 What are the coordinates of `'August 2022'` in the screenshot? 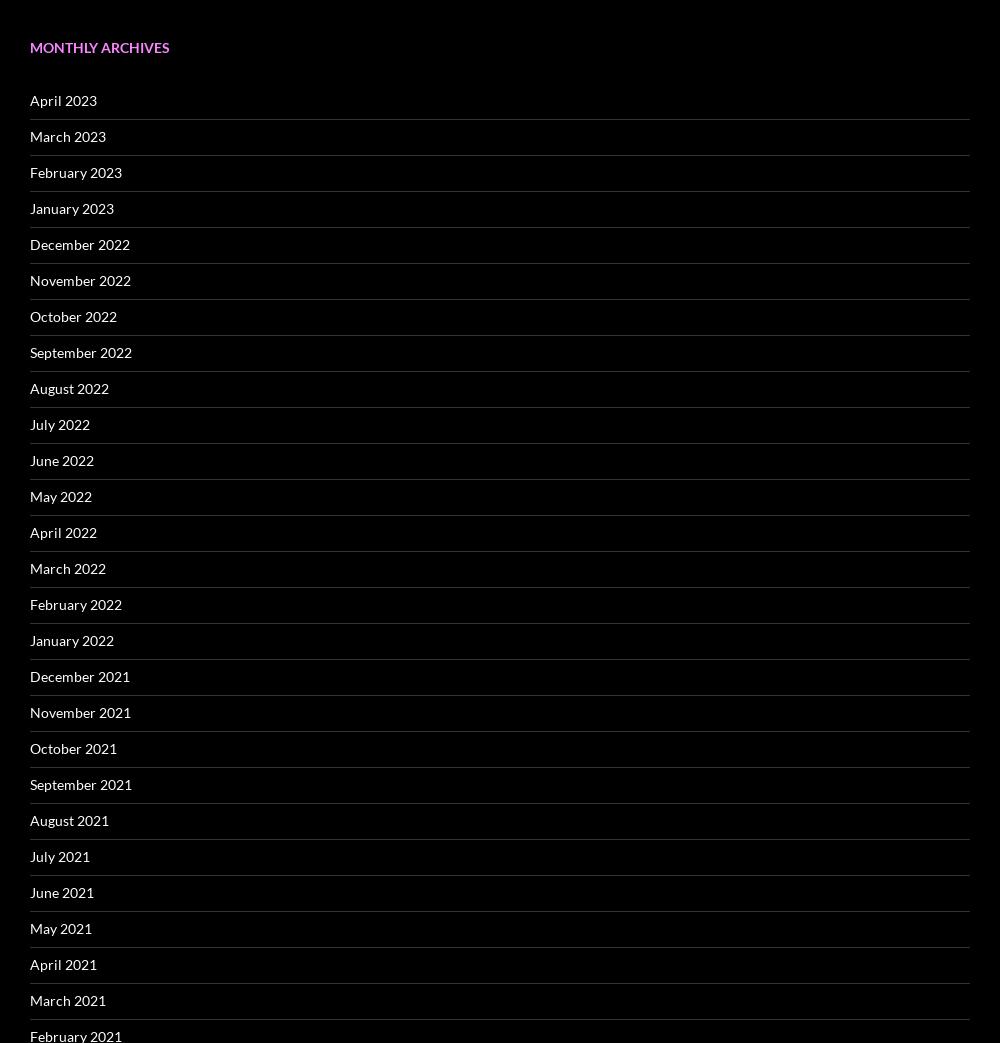 It's located at (68, 388).